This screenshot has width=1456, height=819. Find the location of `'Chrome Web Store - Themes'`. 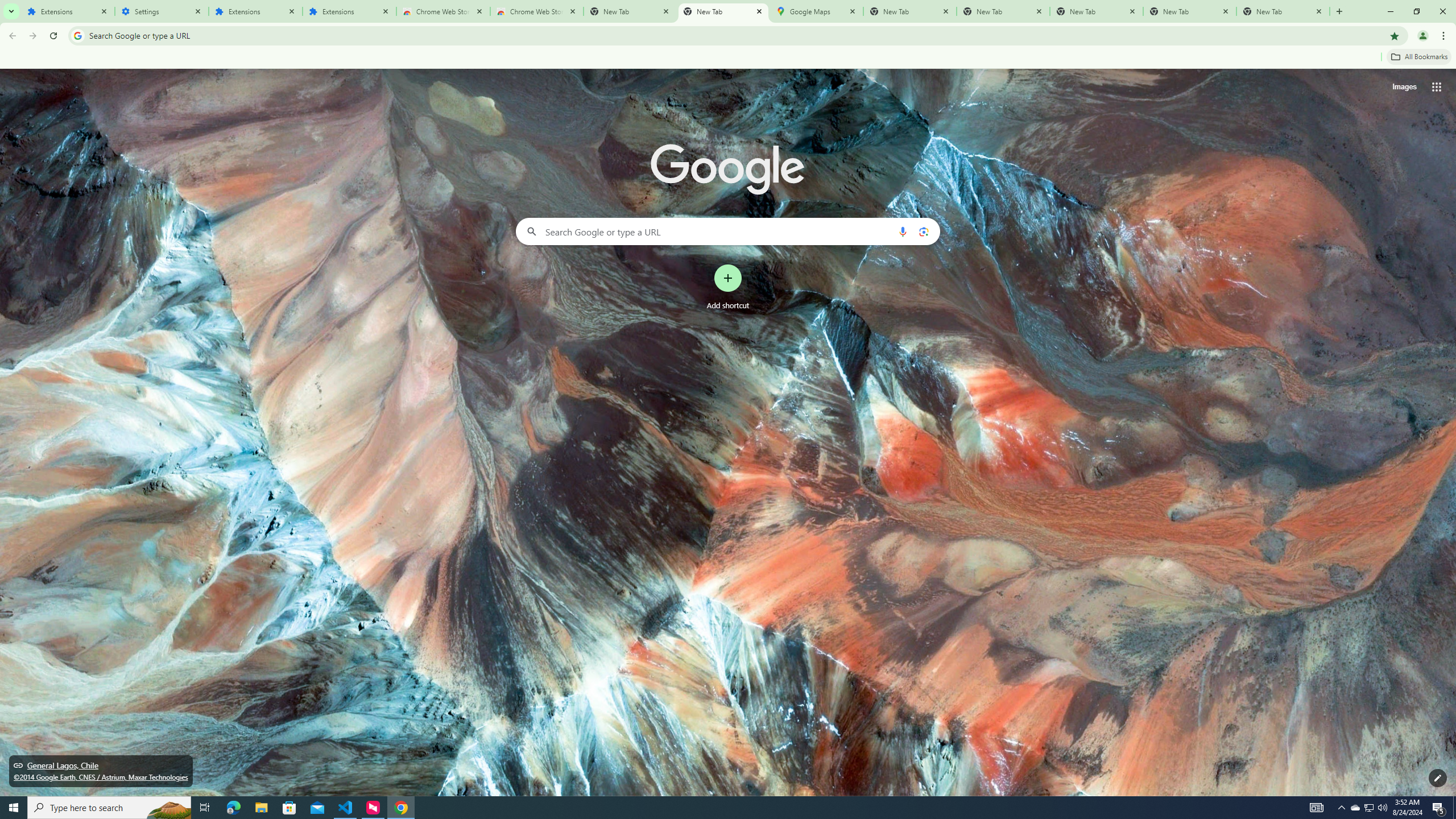

'Chrome Web Store - Themes' is located at coordinates (536, 11).